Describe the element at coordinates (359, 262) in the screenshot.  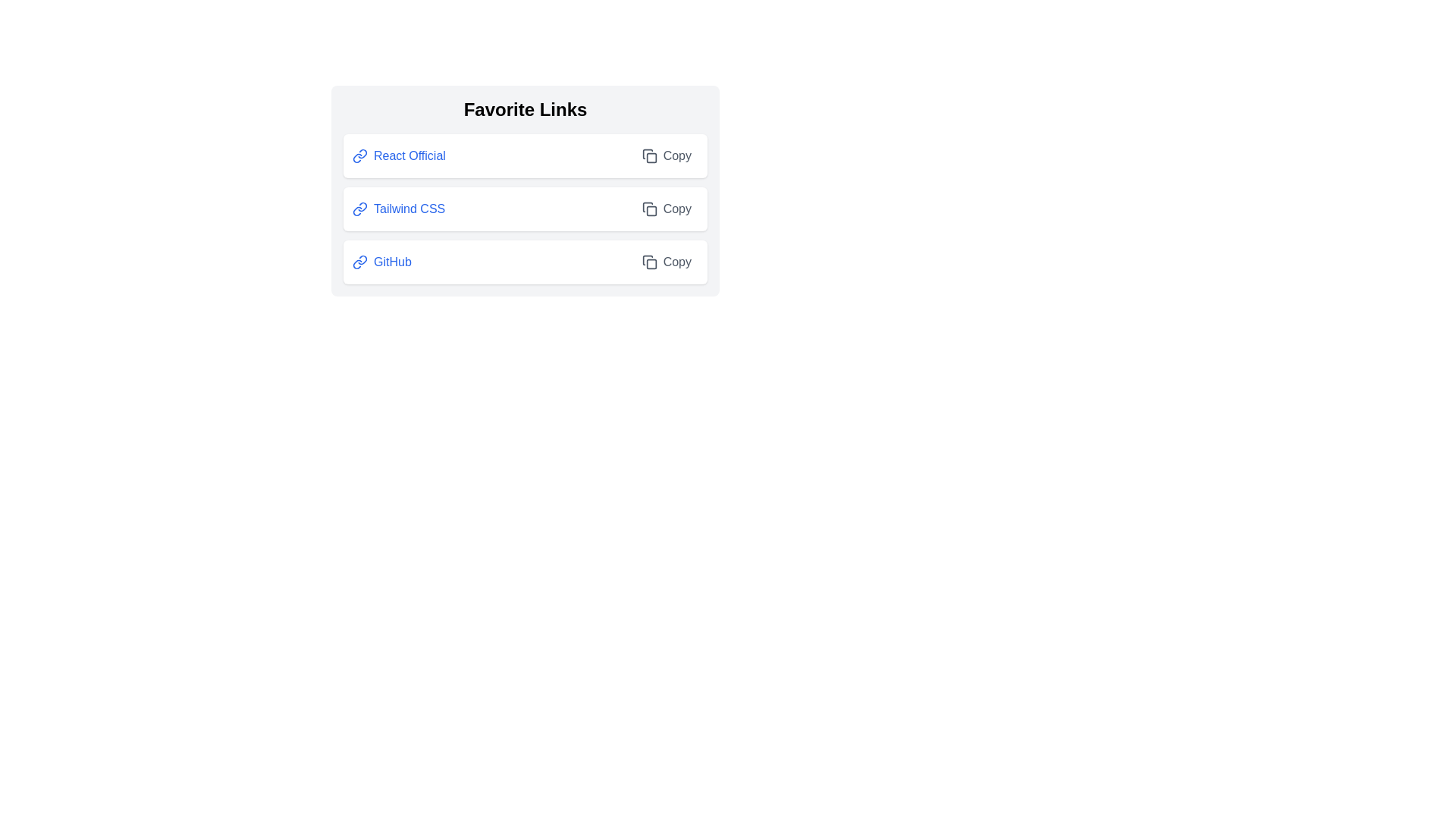
I see `the GitHub icon located to the left of the 'GitHub' text in the third row of the 'Favorite Links' list` at that location.